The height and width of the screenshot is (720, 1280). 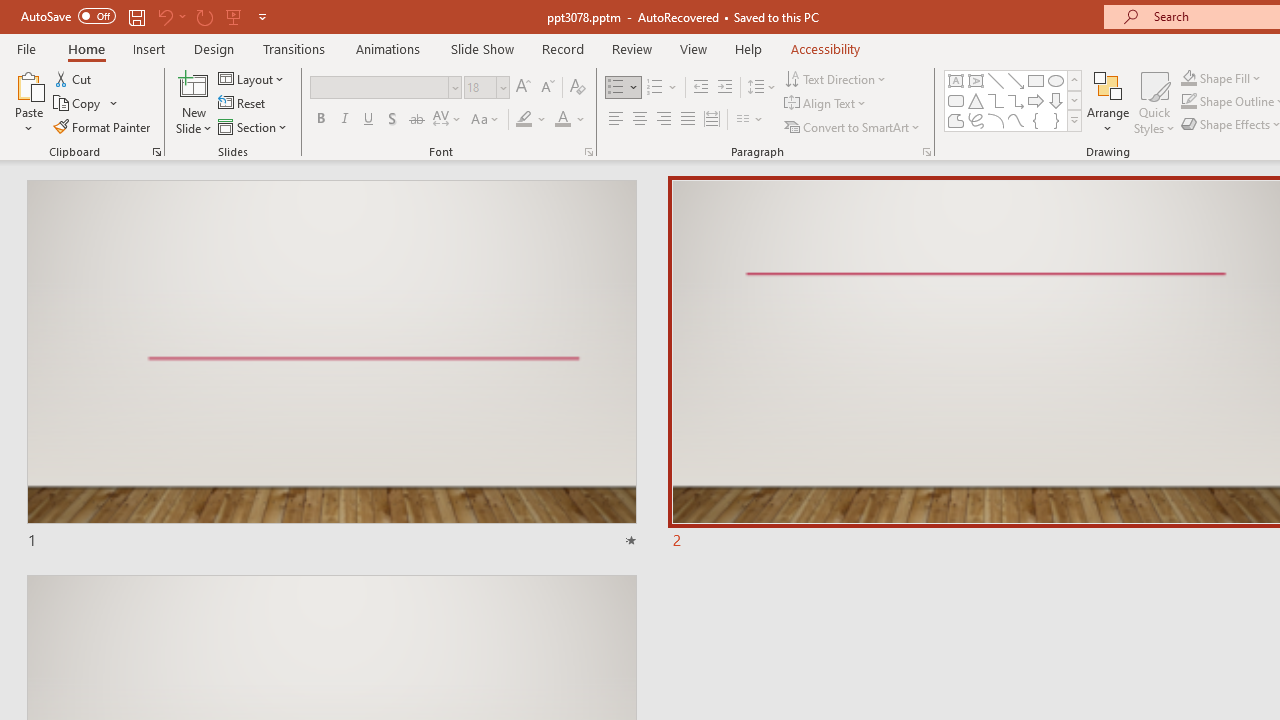 I want to click on 'Shape Outline Green, Accent 1', so click(x=1189, y=101).